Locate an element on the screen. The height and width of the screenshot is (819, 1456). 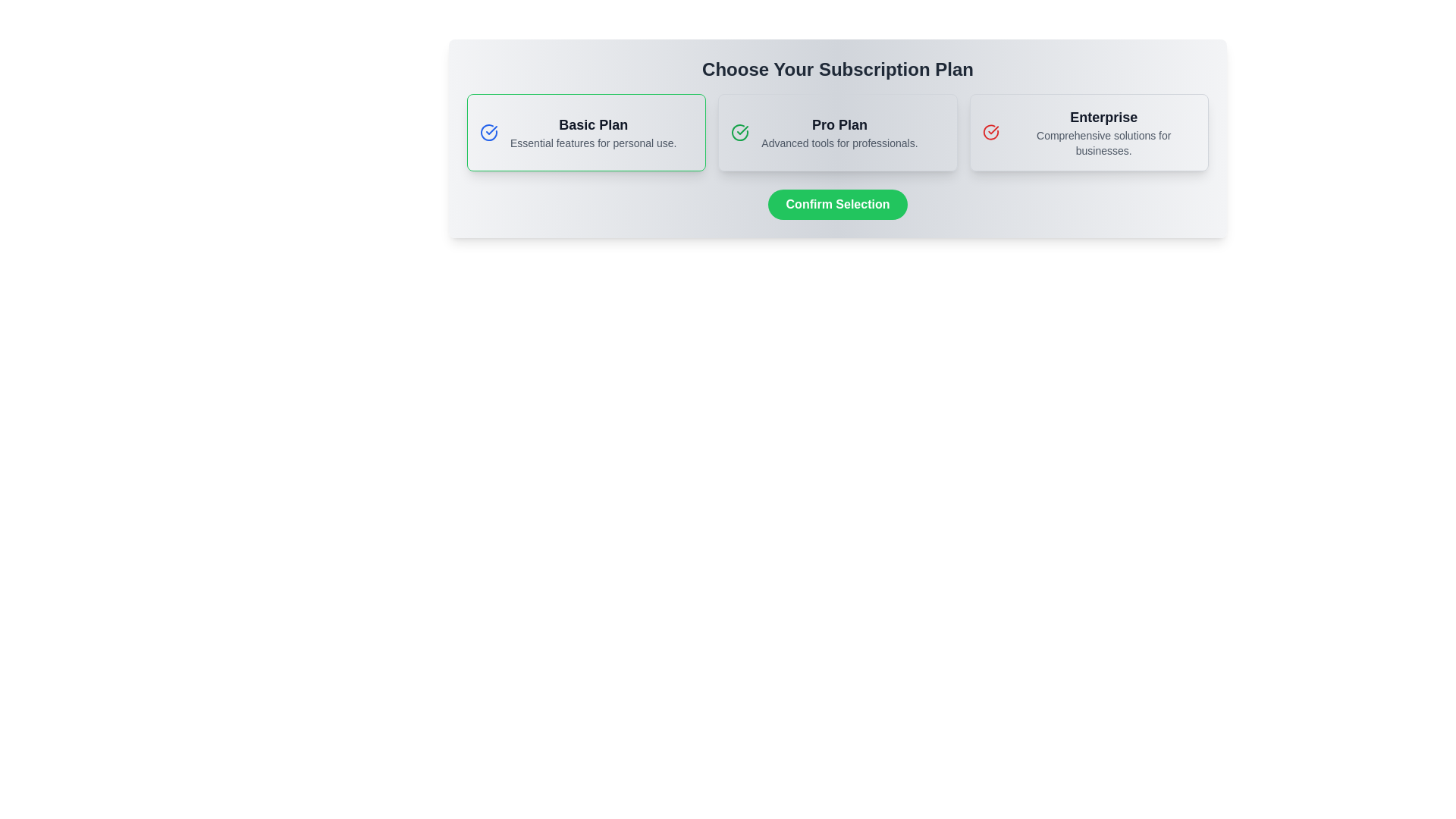
the green 'Confirm Selection' button with rounded corners, which is located below the subscription options is located at coordinates (836, 205).